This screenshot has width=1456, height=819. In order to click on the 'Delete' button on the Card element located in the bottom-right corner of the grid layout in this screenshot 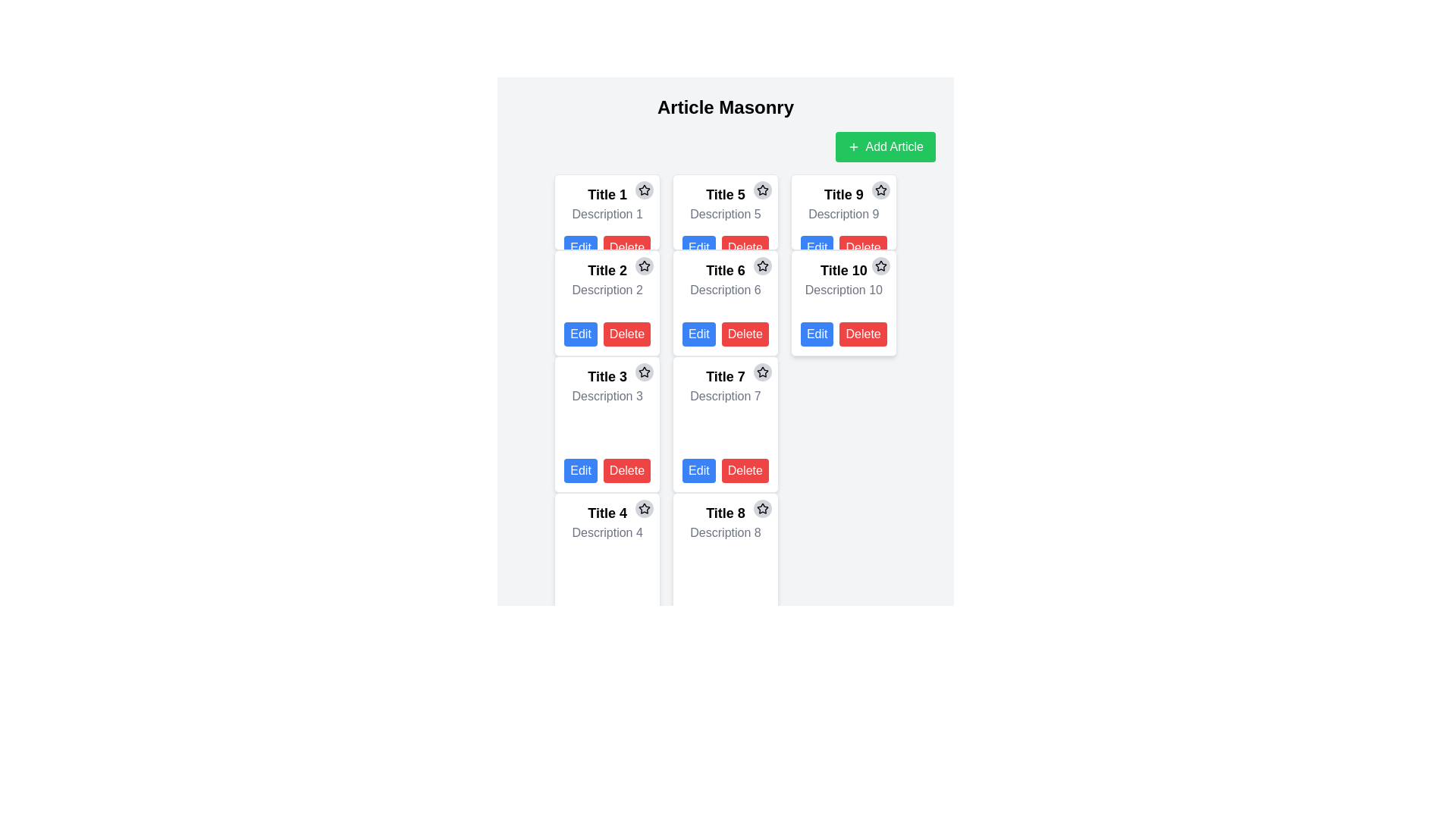, I will do `click(843, 303)`.